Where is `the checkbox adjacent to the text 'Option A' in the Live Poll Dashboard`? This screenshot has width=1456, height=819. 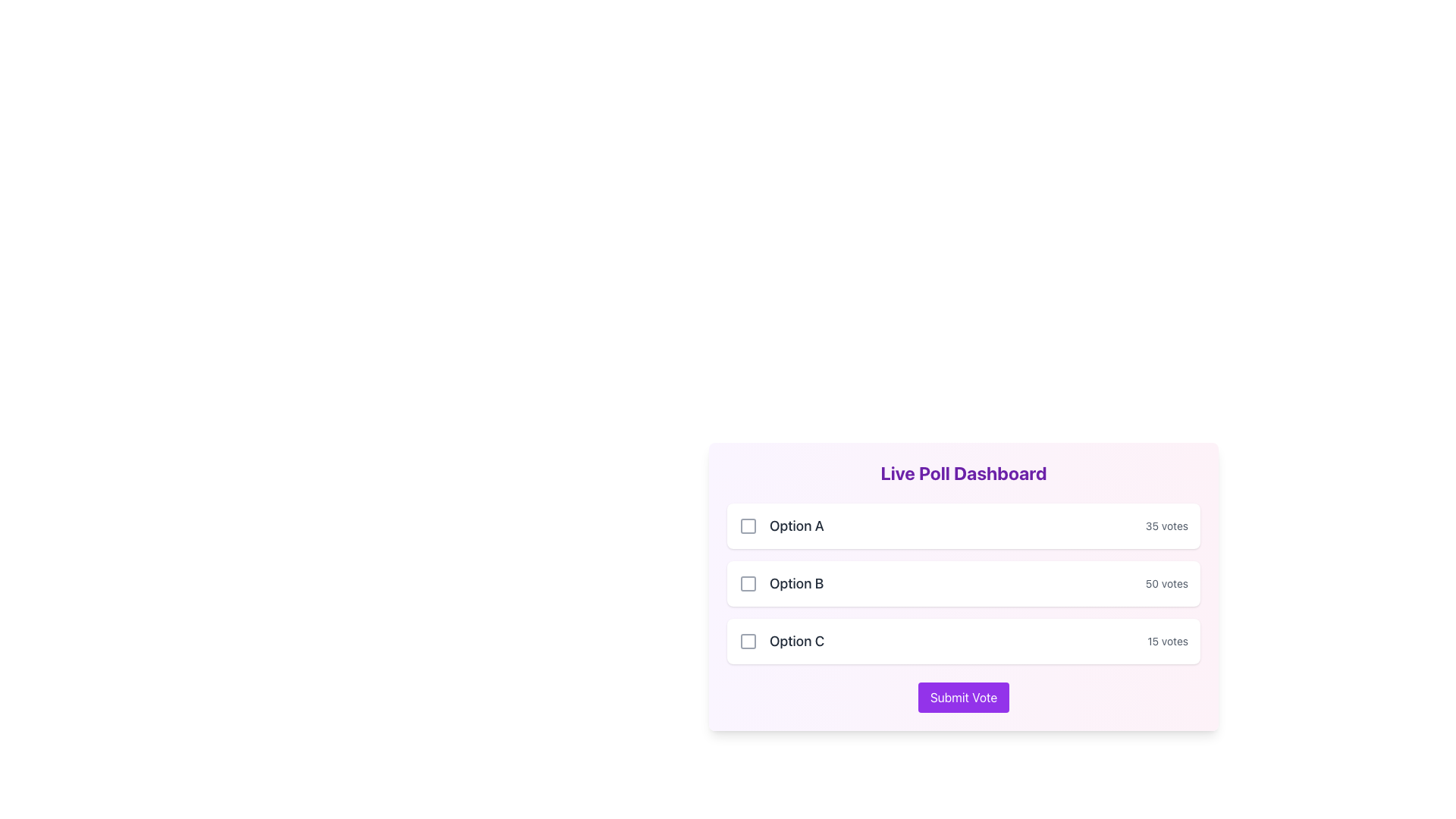 the checkbox adjacent to the text 'Option A' in the Live Poll Dashboard is located at coordinates (748, 526).